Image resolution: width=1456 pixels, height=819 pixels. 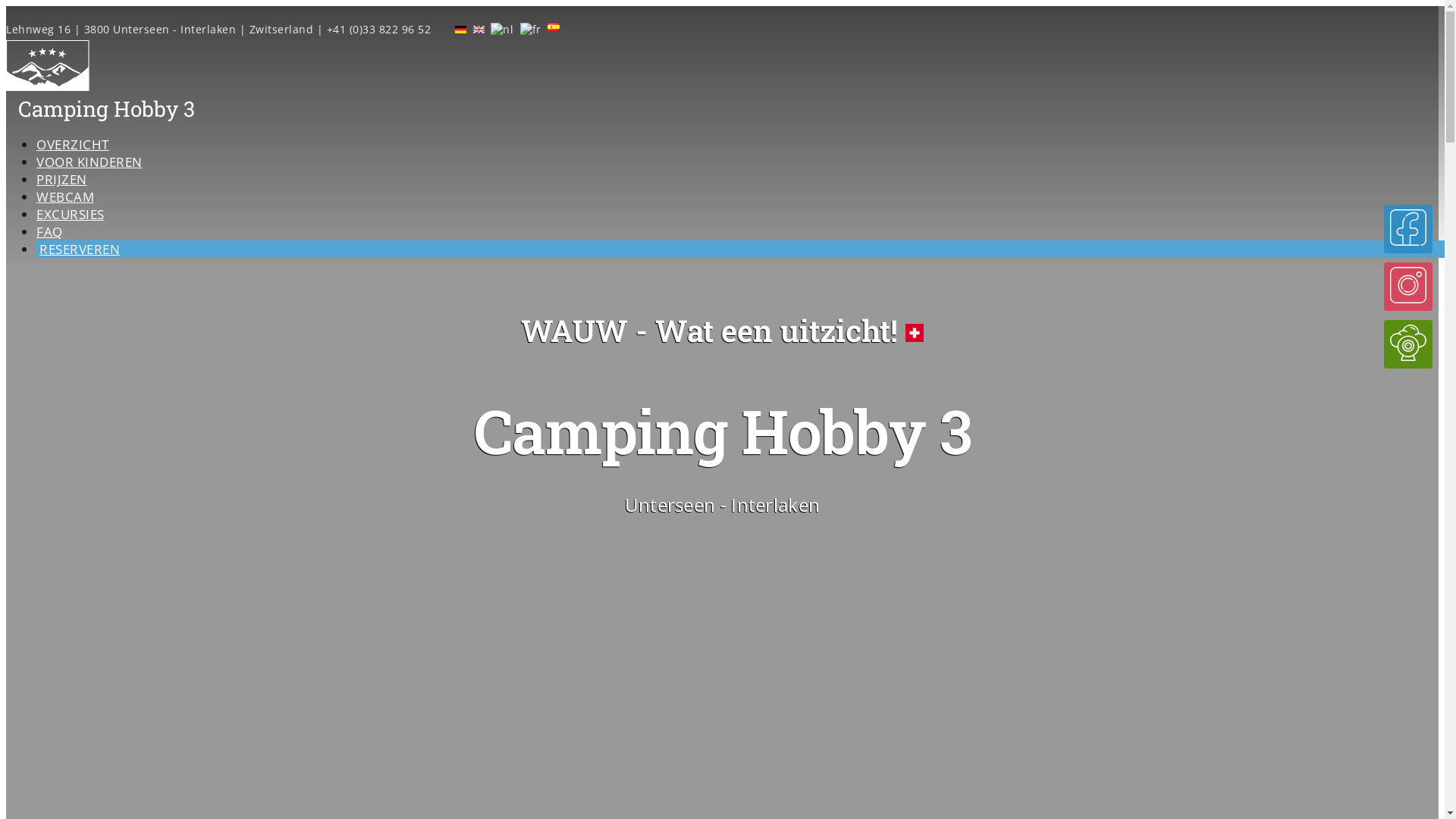 I want to click on 'Geef on een Like op Facebook!', so click(x=1390, y=229).